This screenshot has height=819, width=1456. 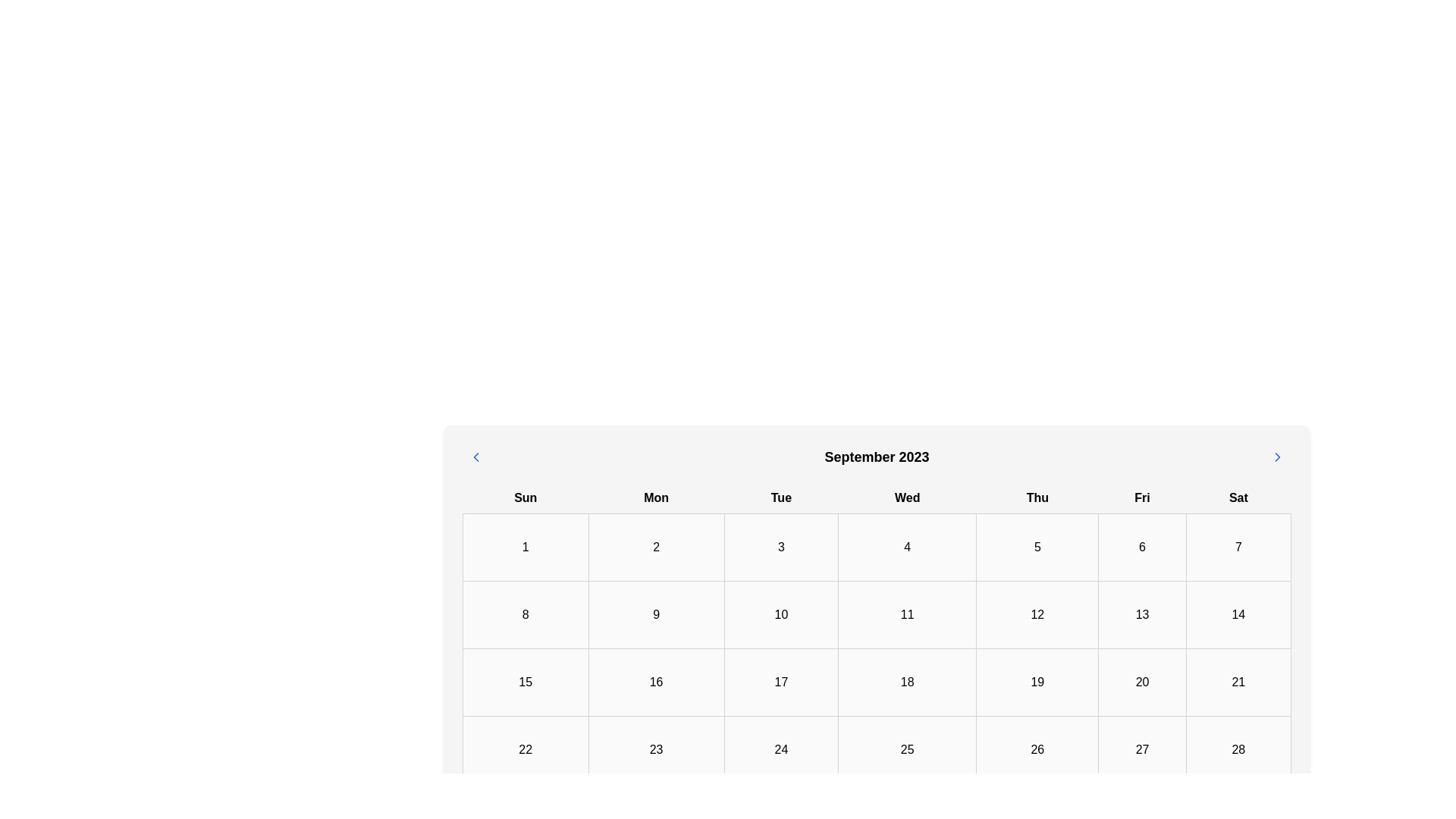 What do you see at coordinates (781, 681) in the screenshot?
I see `the calendar date cell displaying the number '17'` at bounding box center [781, 681].